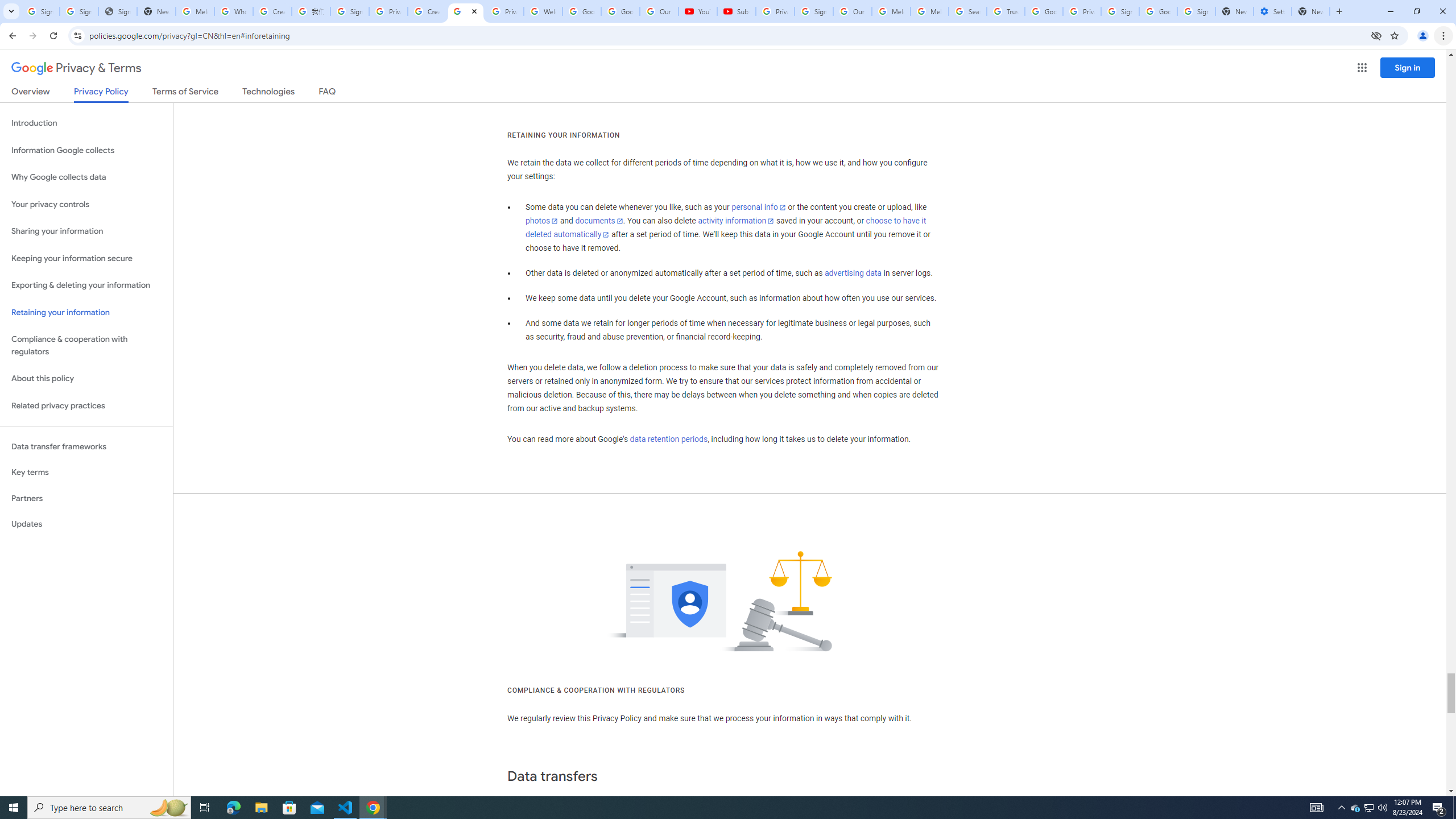  What do you see at coordinates (86, 405) in the screenshot?
I see `'Related privacy practices'` at bounding box center [86, 405].